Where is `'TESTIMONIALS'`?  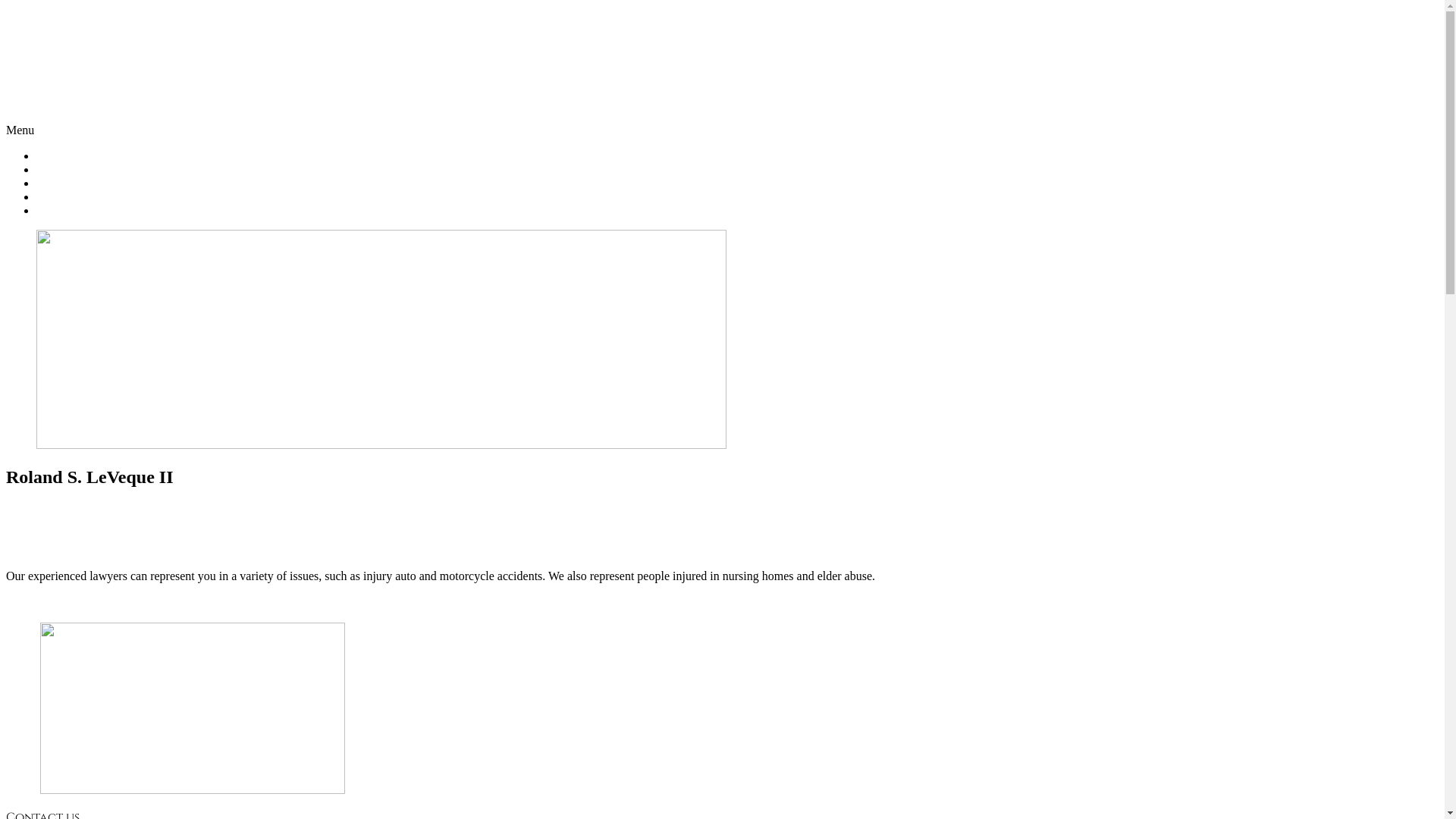
'TESTIMONIALS' is located at coordinates (79, 196).